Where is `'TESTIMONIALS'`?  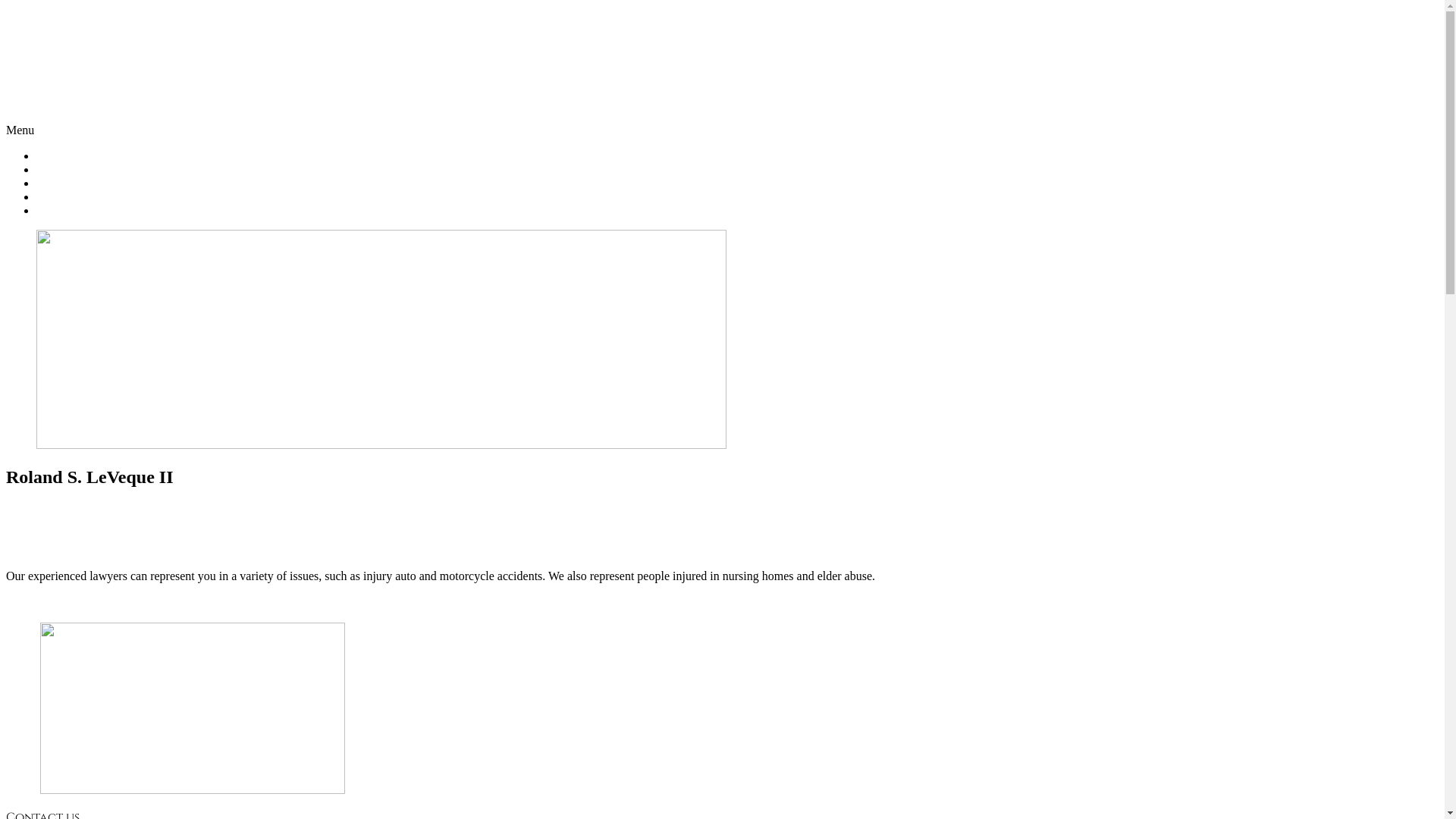
'TESTIMONIALS' is located at coordinates (79, 196).